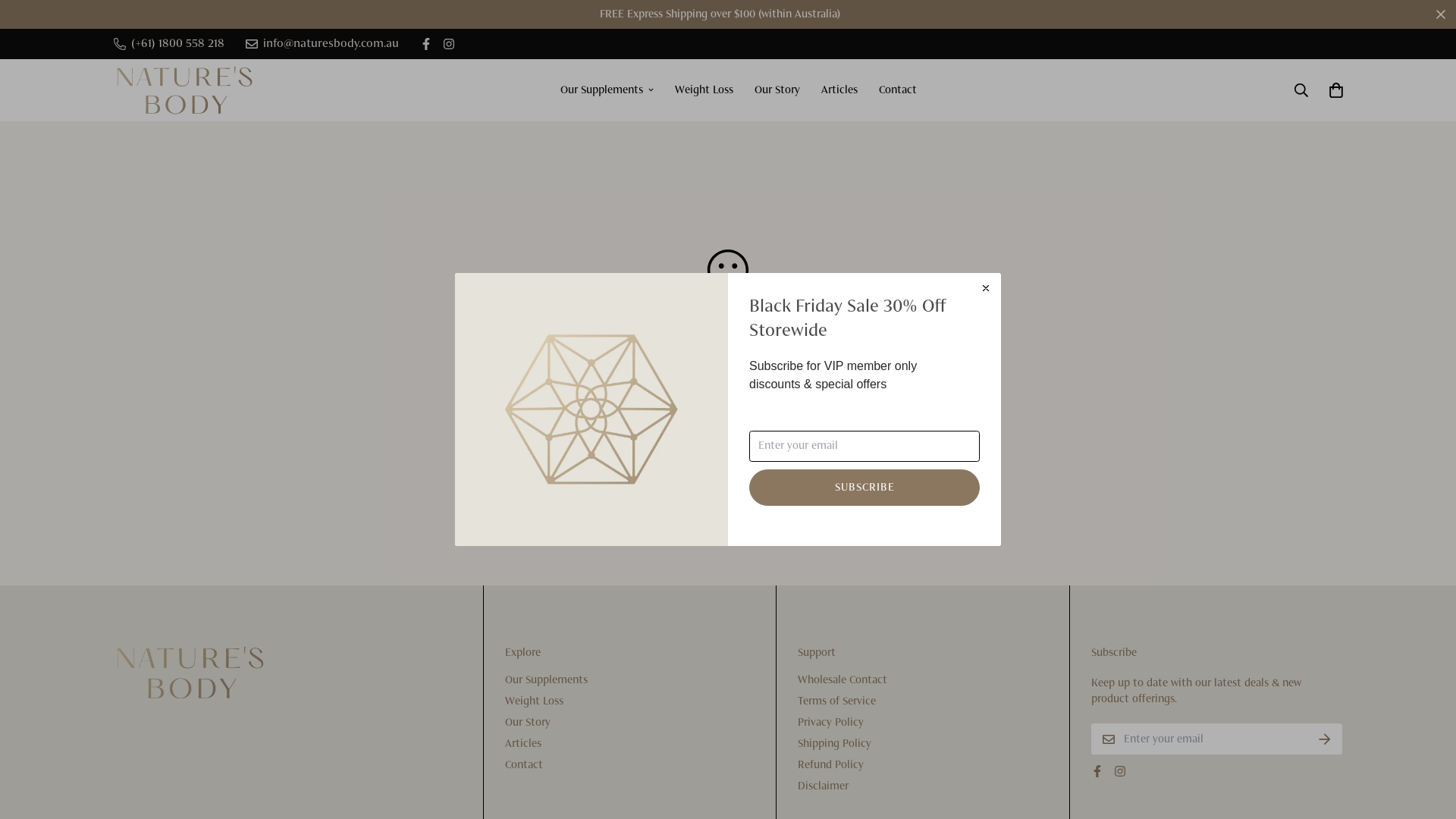 This screenshot has width=1456, height=819. I want to click on 'Wholesale Contact', so click(796, 679).